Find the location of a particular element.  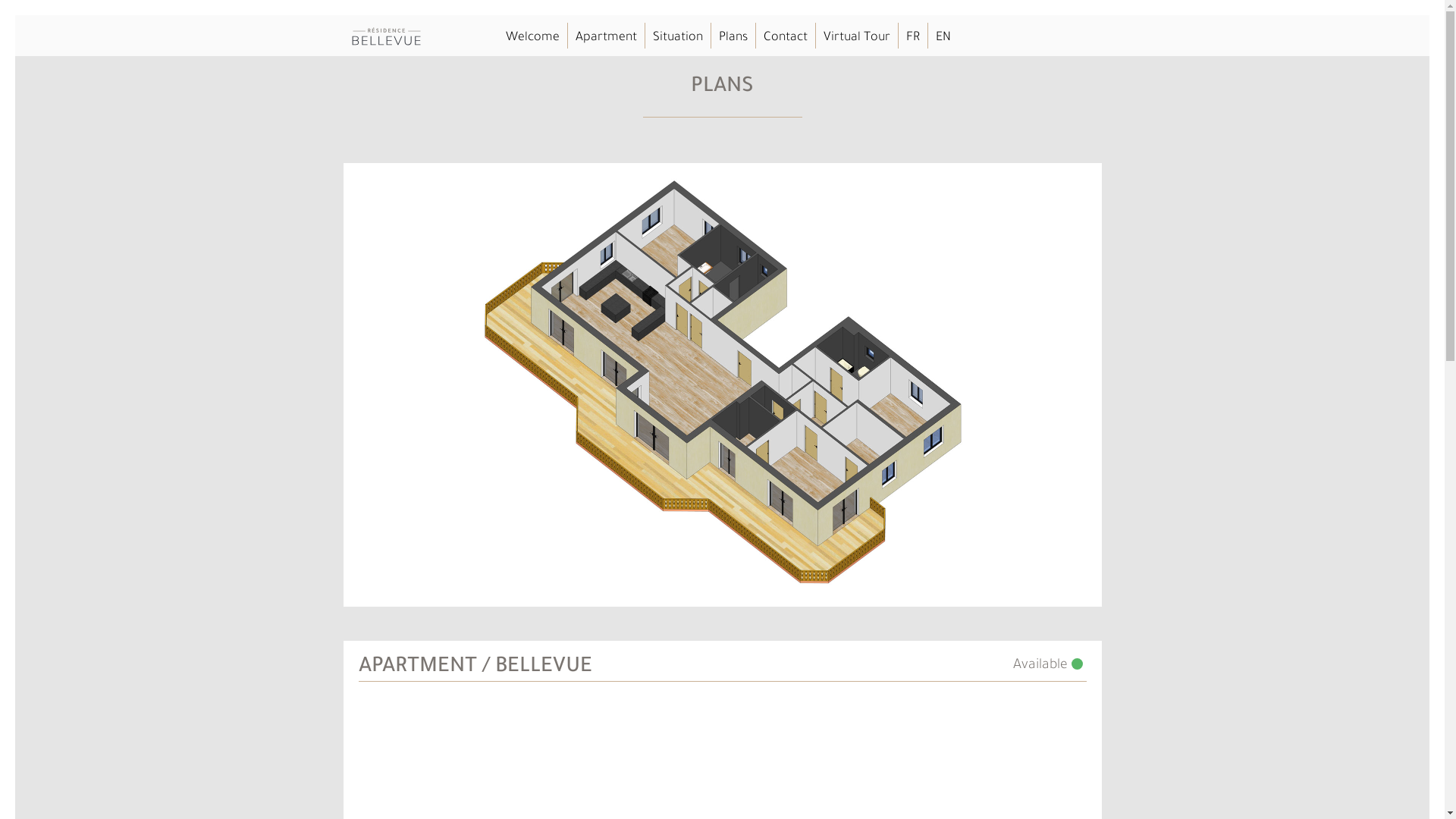

'Welcome' is located at coordinates (532, 37).